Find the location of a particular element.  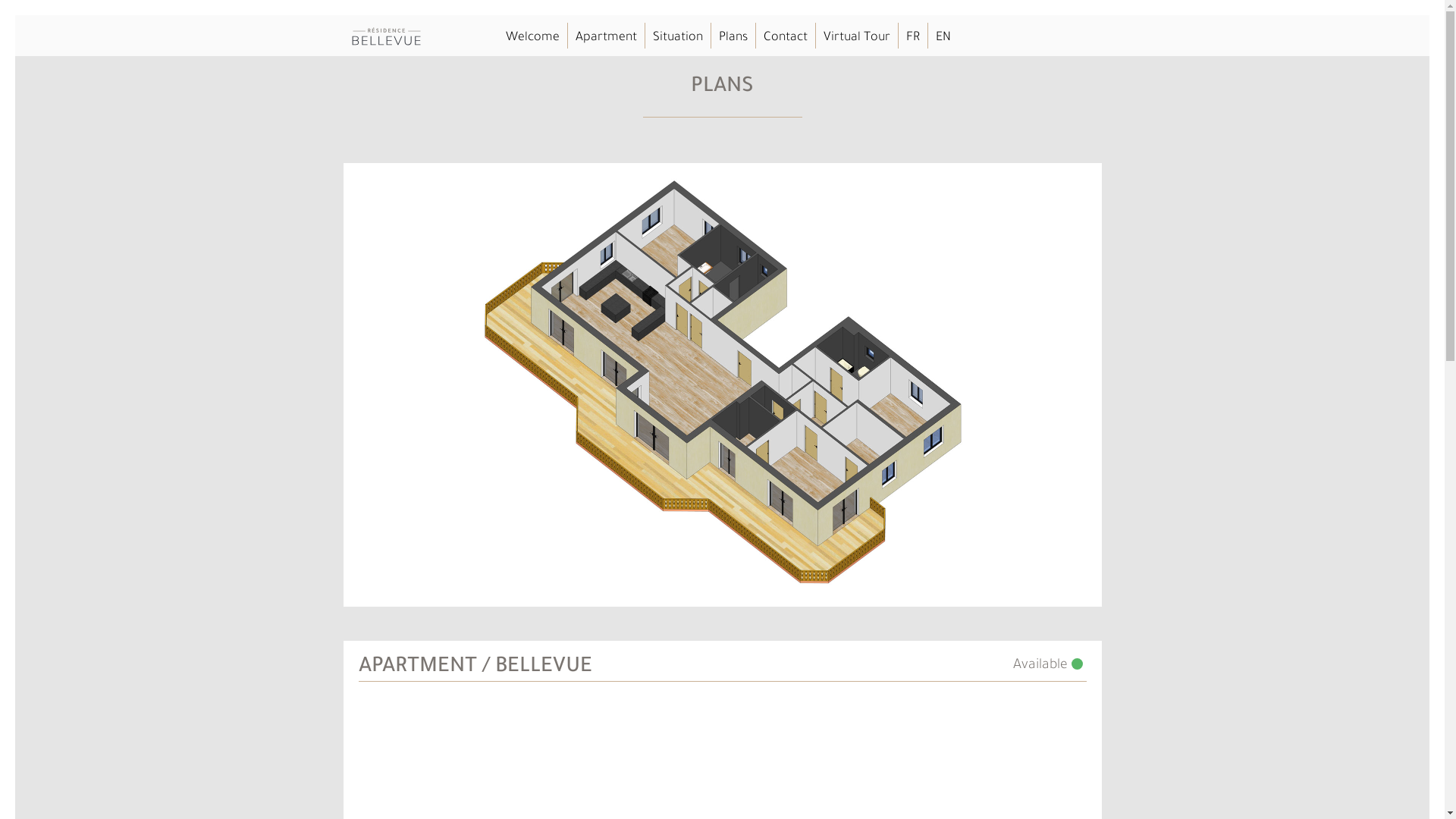

'Welcome' is located at coordinates (532, 37).